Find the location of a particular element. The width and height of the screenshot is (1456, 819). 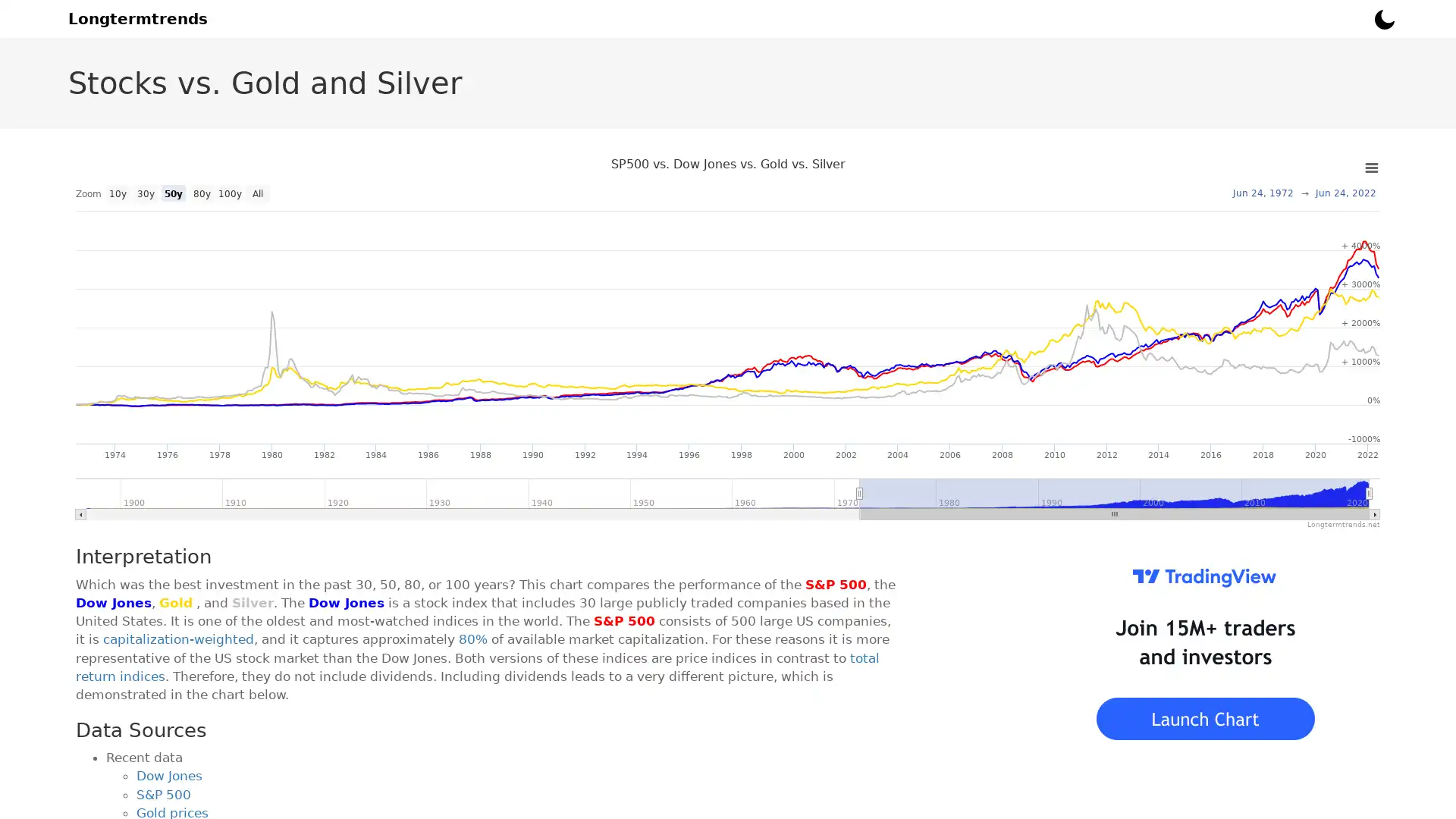

View chart menu is located at coordinates (1372, 168).